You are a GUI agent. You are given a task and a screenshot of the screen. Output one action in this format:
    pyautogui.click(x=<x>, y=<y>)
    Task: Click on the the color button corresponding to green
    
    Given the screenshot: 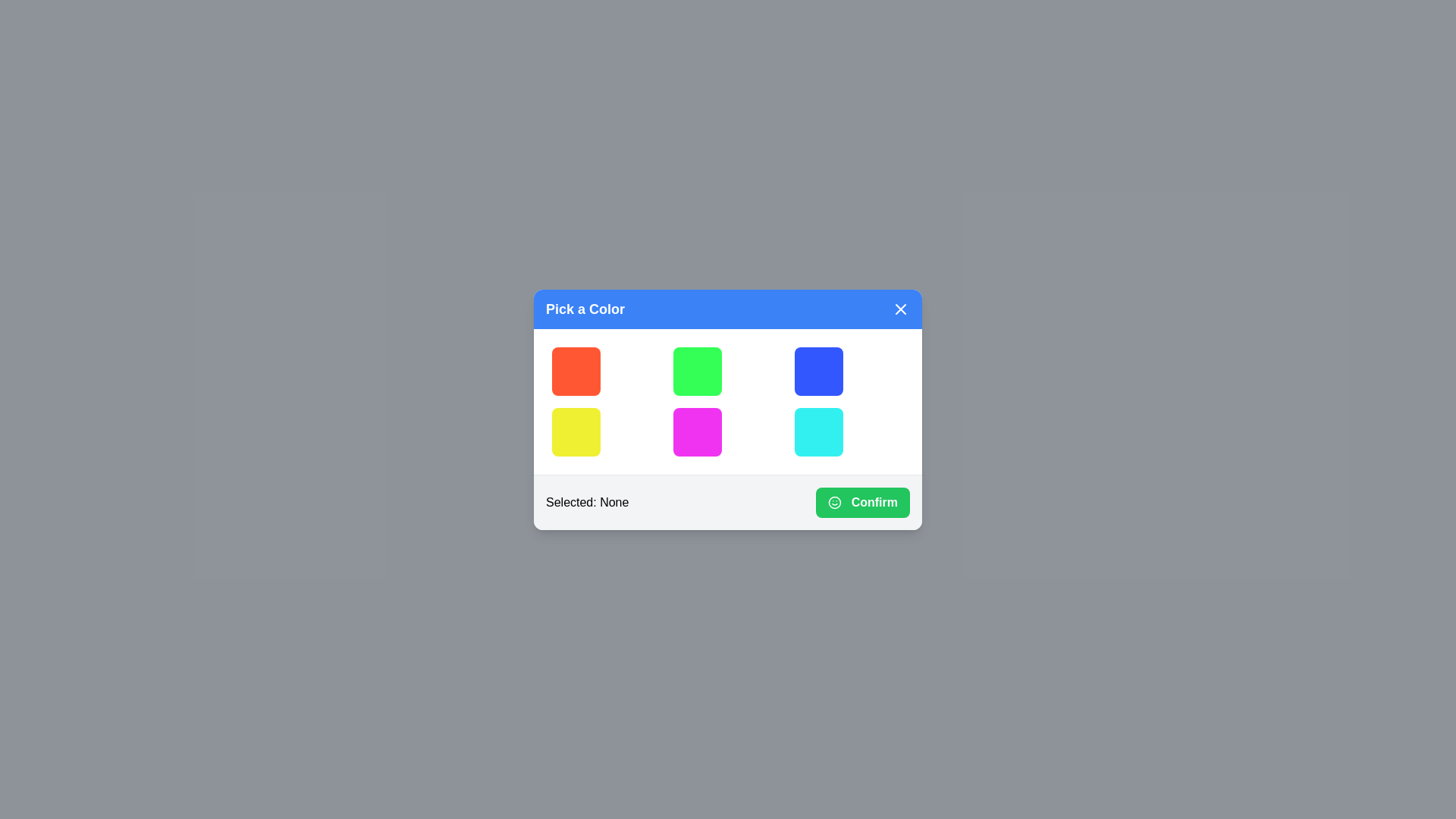 What is the action you would take?
    pyautogui.click(x=697, y=371)
    